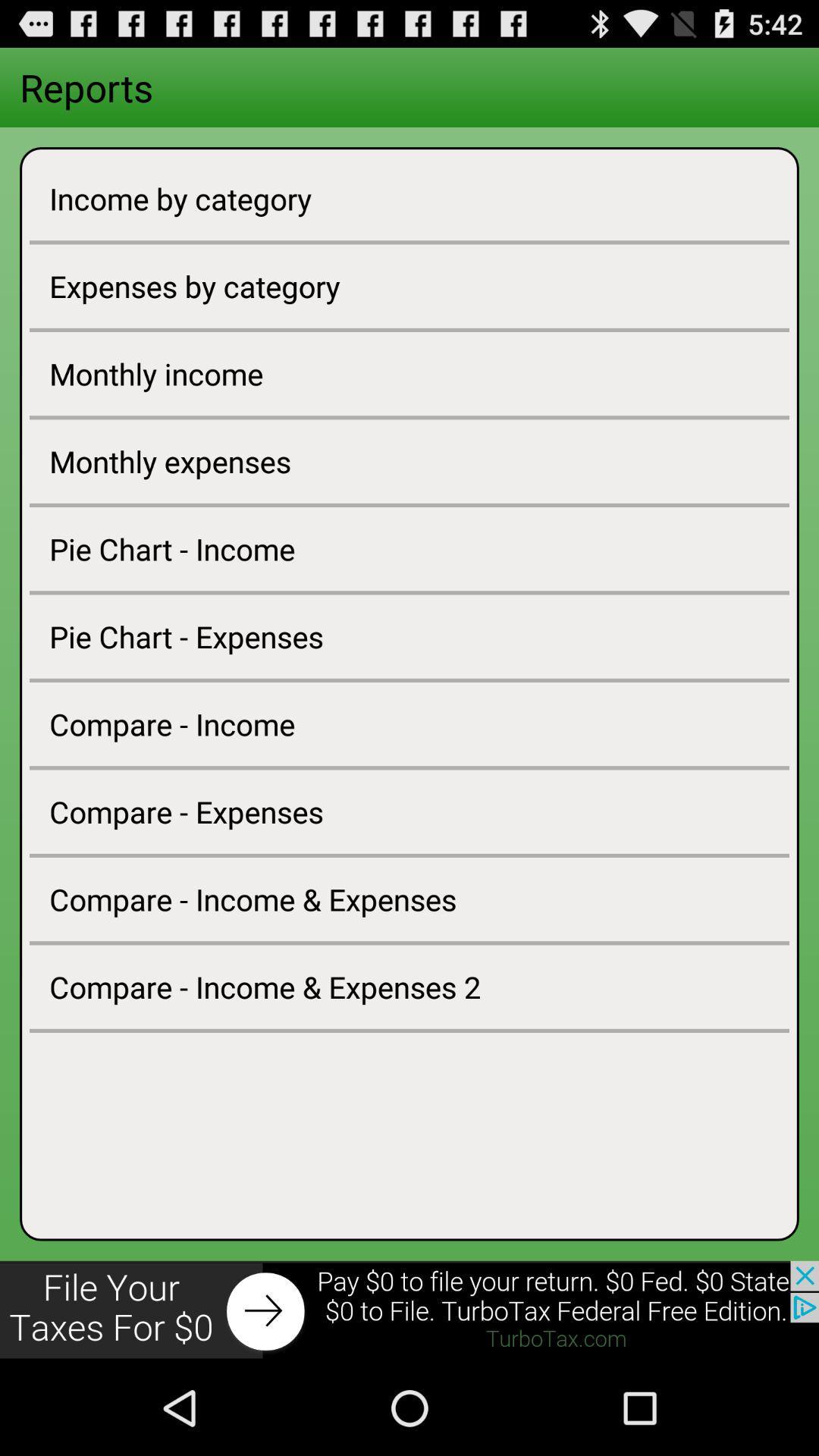 The width and height of the screenshot is (819, 1456). What do you see at coordinates (409, 1310) in the screenshot?
I see `advertisement banner` at bounding box center [409, 1310].